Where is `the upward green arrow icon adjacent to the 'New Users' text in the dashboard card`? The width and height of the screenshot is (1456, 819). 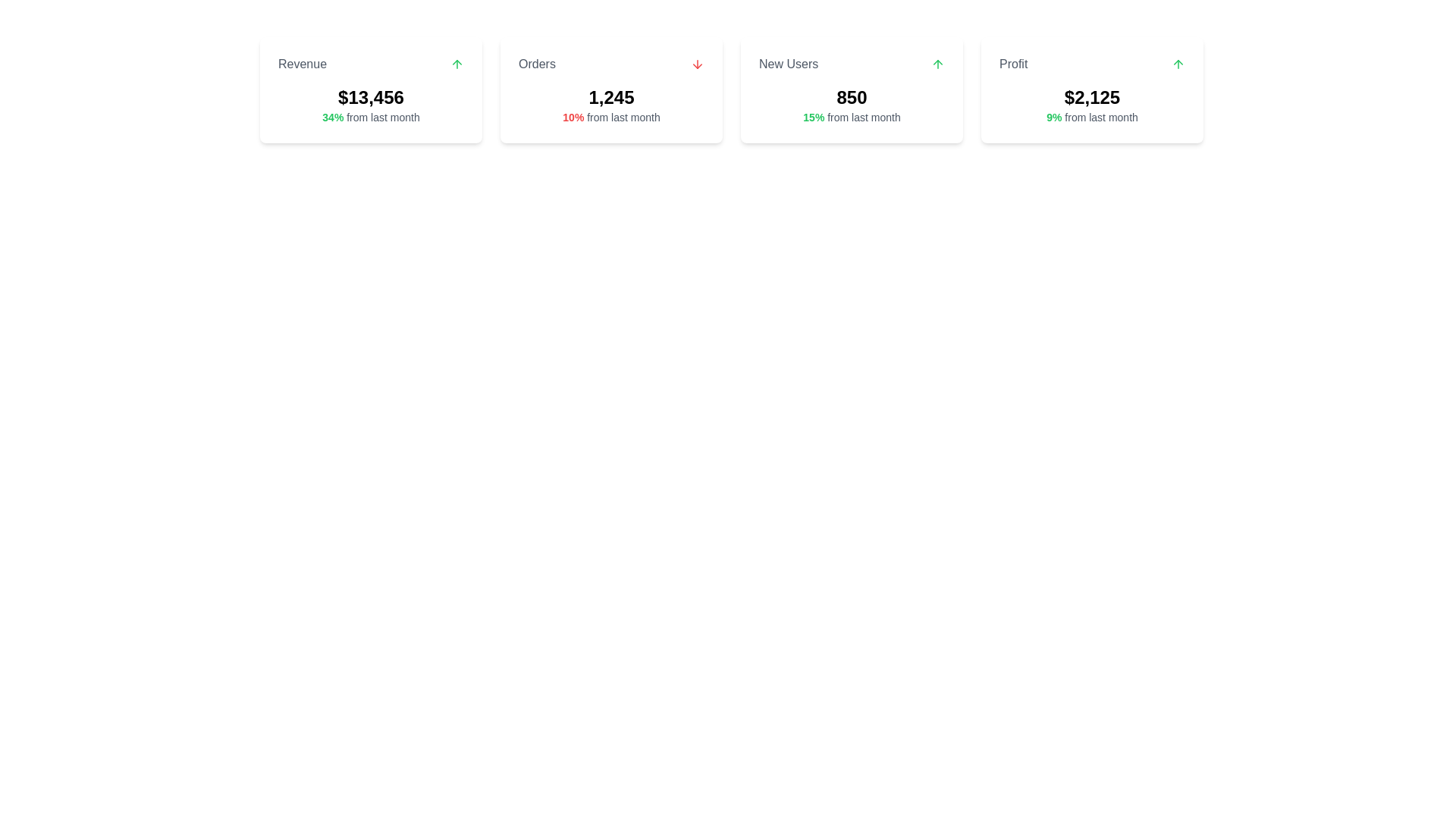 the upward green arrow icon adjacent to the 'New Users' text in the dashboard card is located at coordinates (852, 63).